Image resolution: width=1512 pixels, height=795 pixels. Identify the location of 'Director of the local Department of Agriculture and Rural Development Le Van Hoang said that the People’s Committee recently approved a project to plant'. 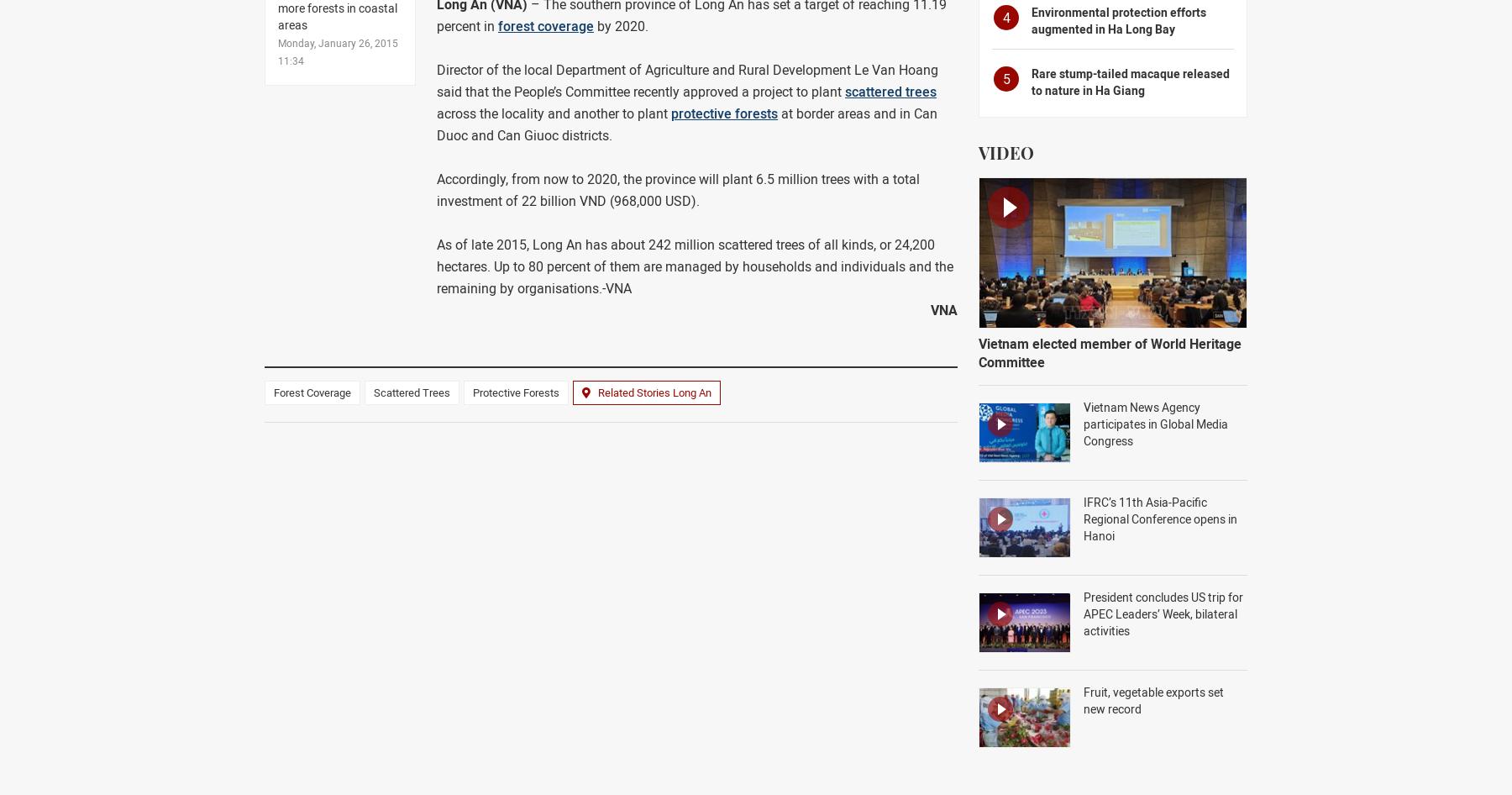
(687, 79).